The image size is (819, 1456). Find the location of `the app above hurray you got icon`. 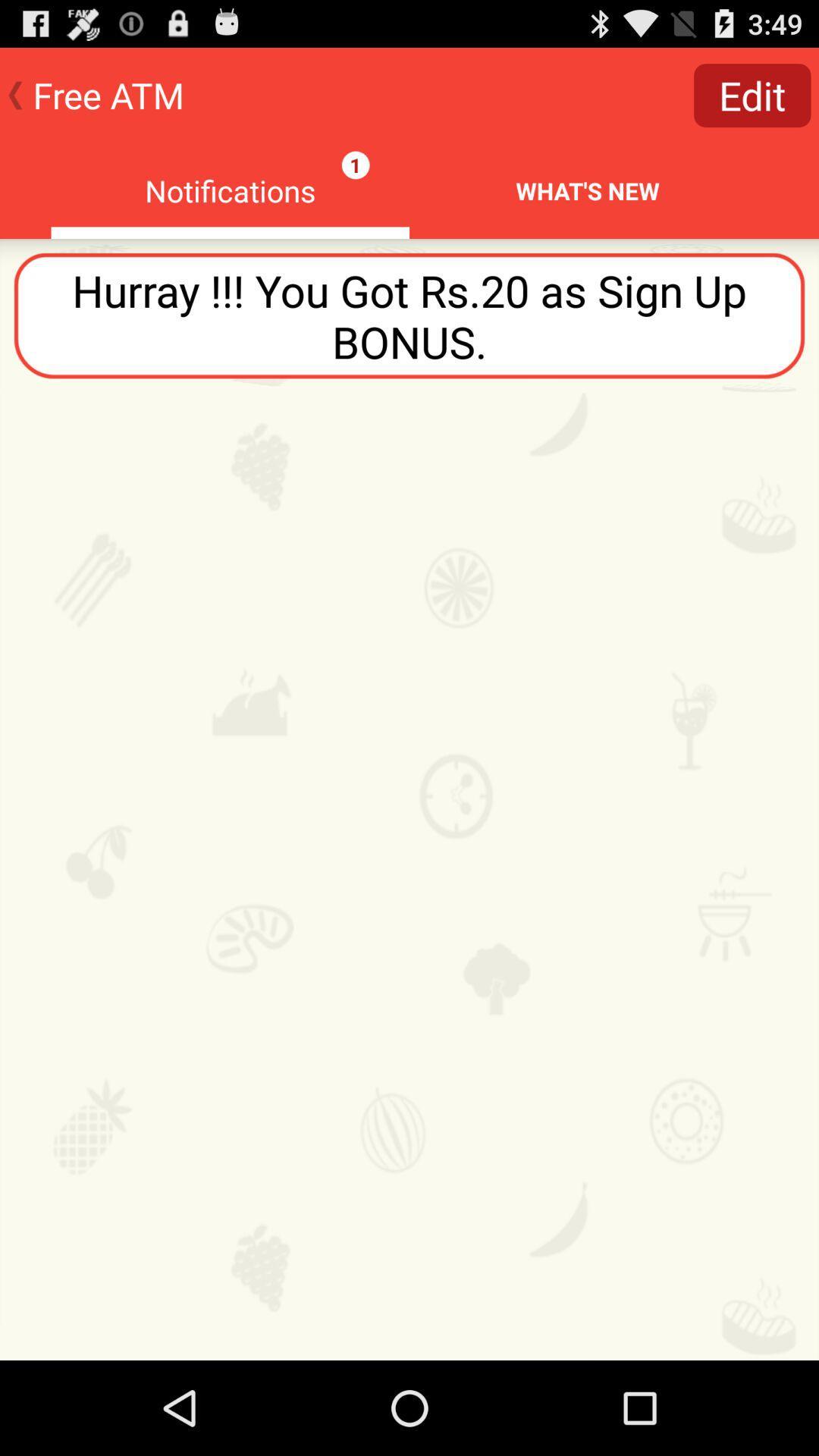

the app above hurray you got icon is located at coordinates (752, 94).